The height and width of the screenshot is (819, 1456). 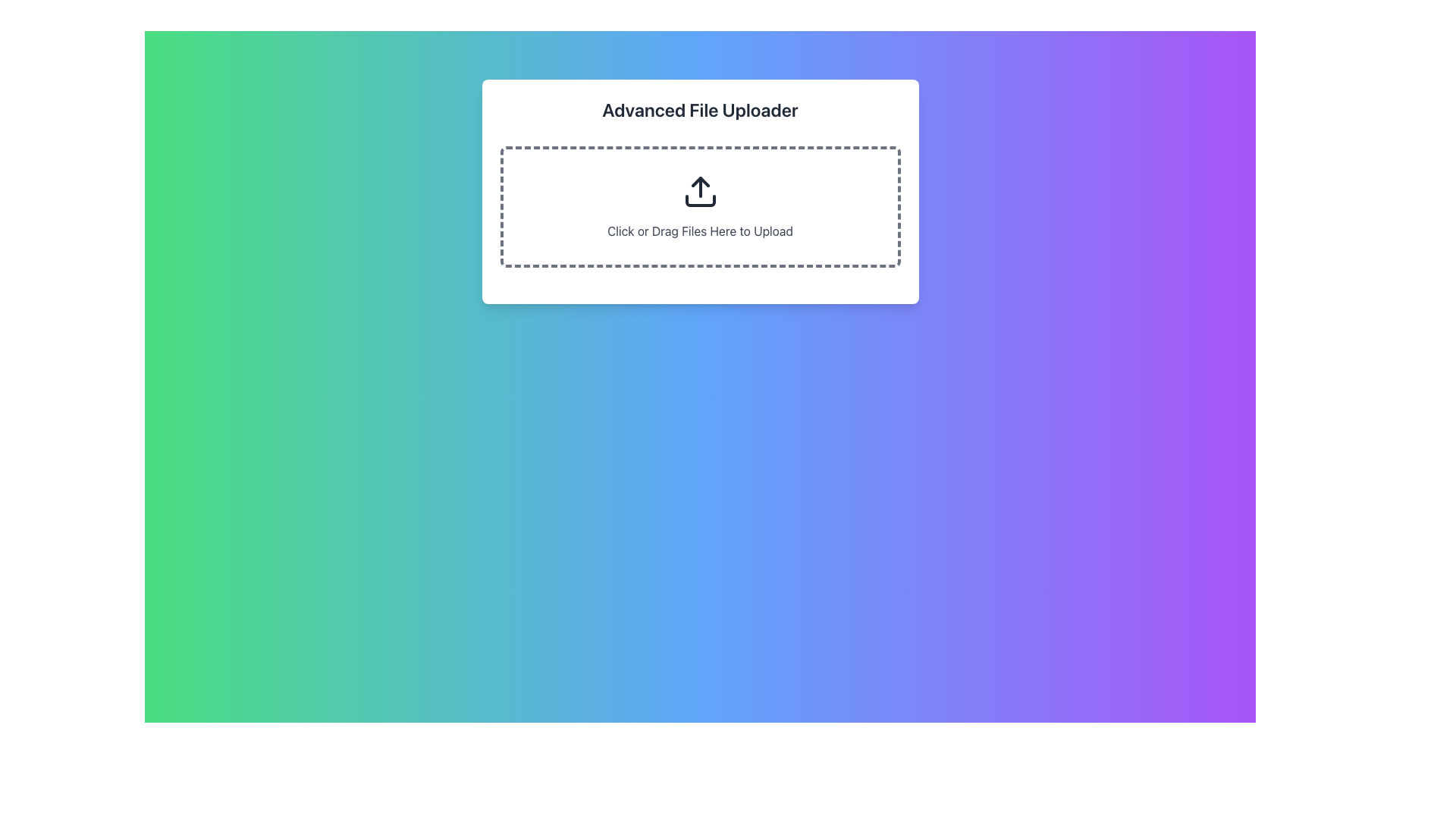 What do you see at coordinates (699, 109) in the screenshot?
I see `the informational text label that introduces the file upload section, located above the dashed upload area` at bounding box center [699, 109].